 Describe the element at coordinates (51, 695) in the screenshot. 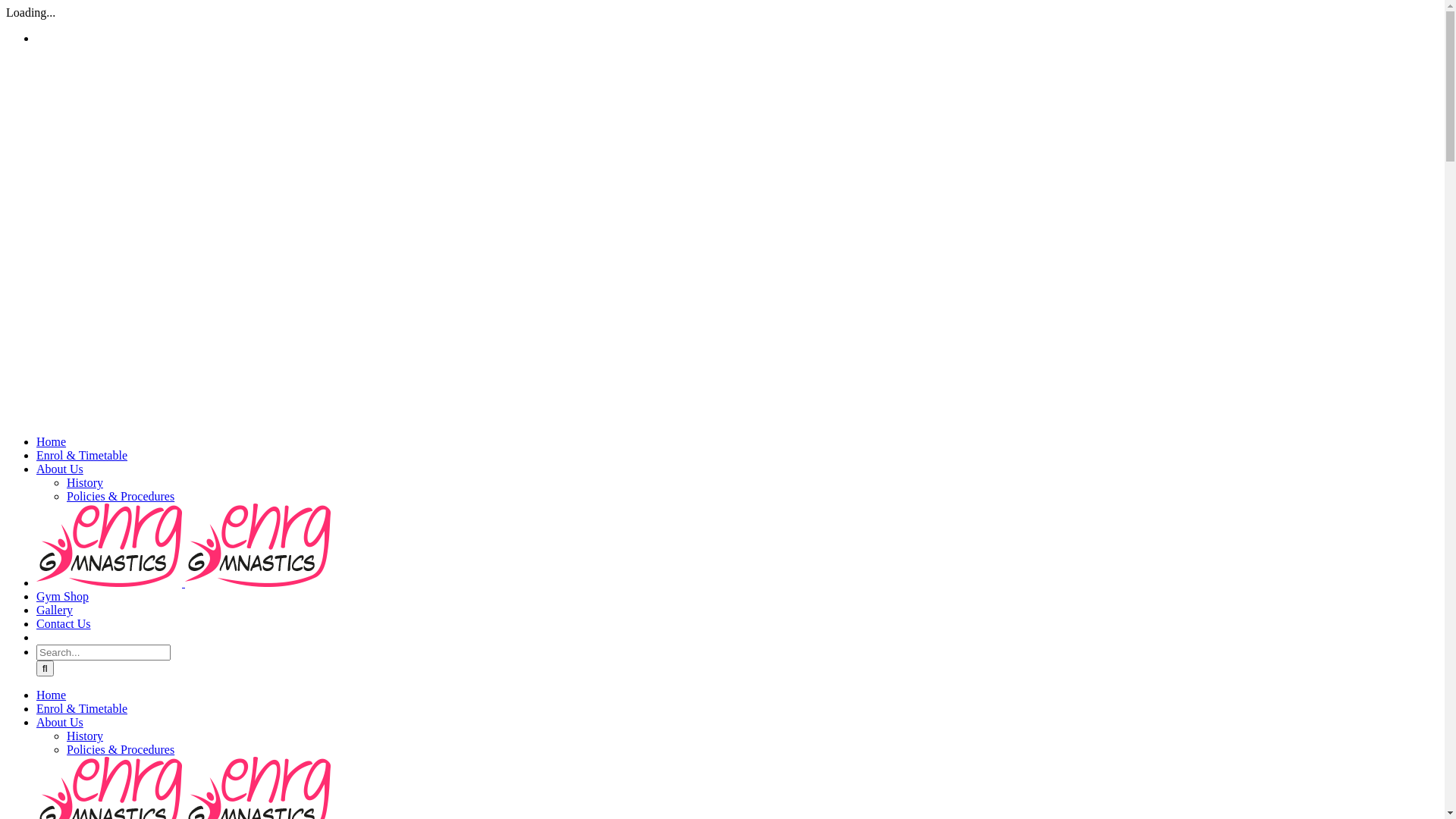

I see `'Home'` at that location.